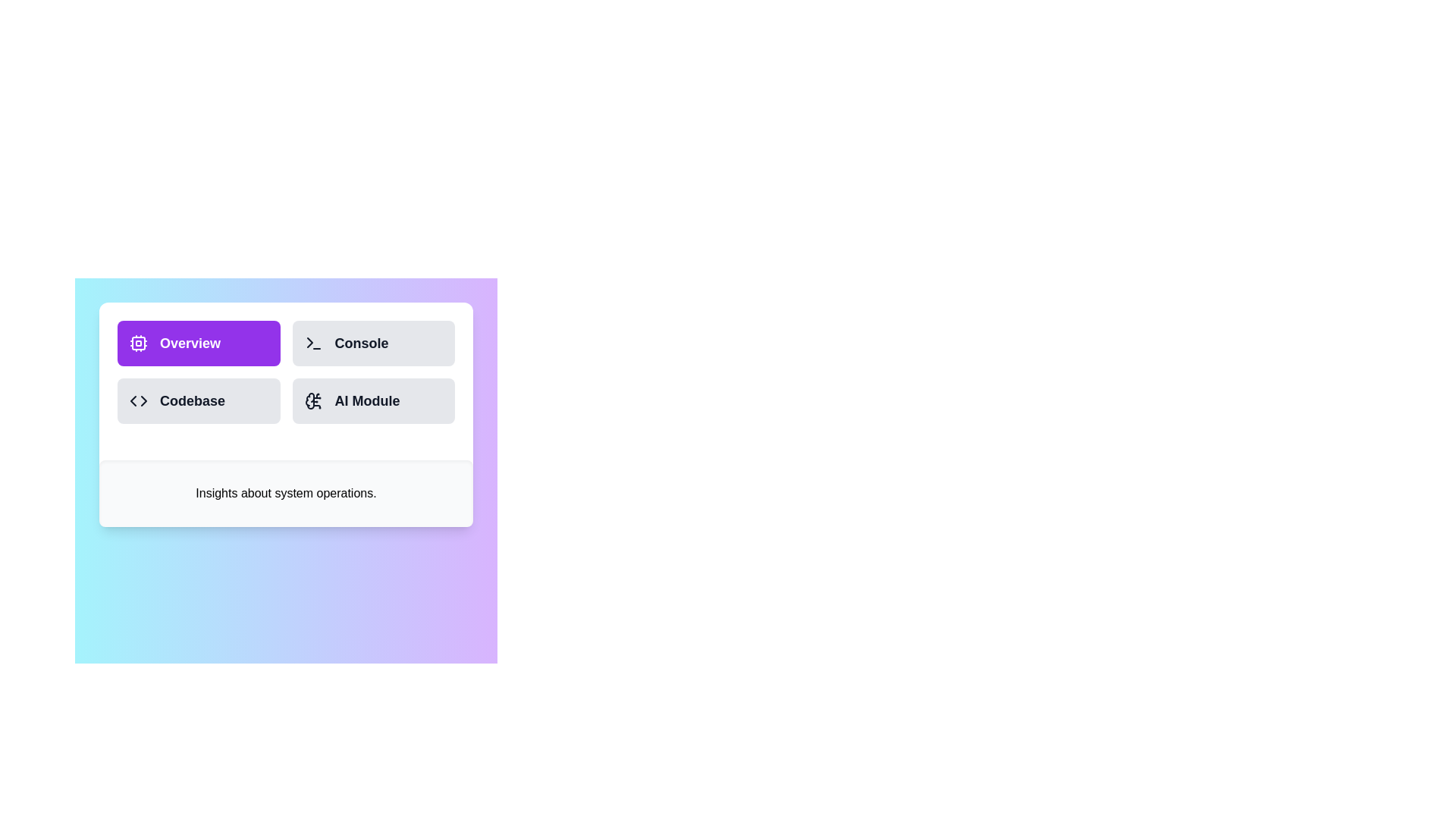 This screenshot has height=819, width=1456. Describe the element at coordinates (198, 343) in the screenshot. I see `the Overview menu button to observe its transition animation` at that location.